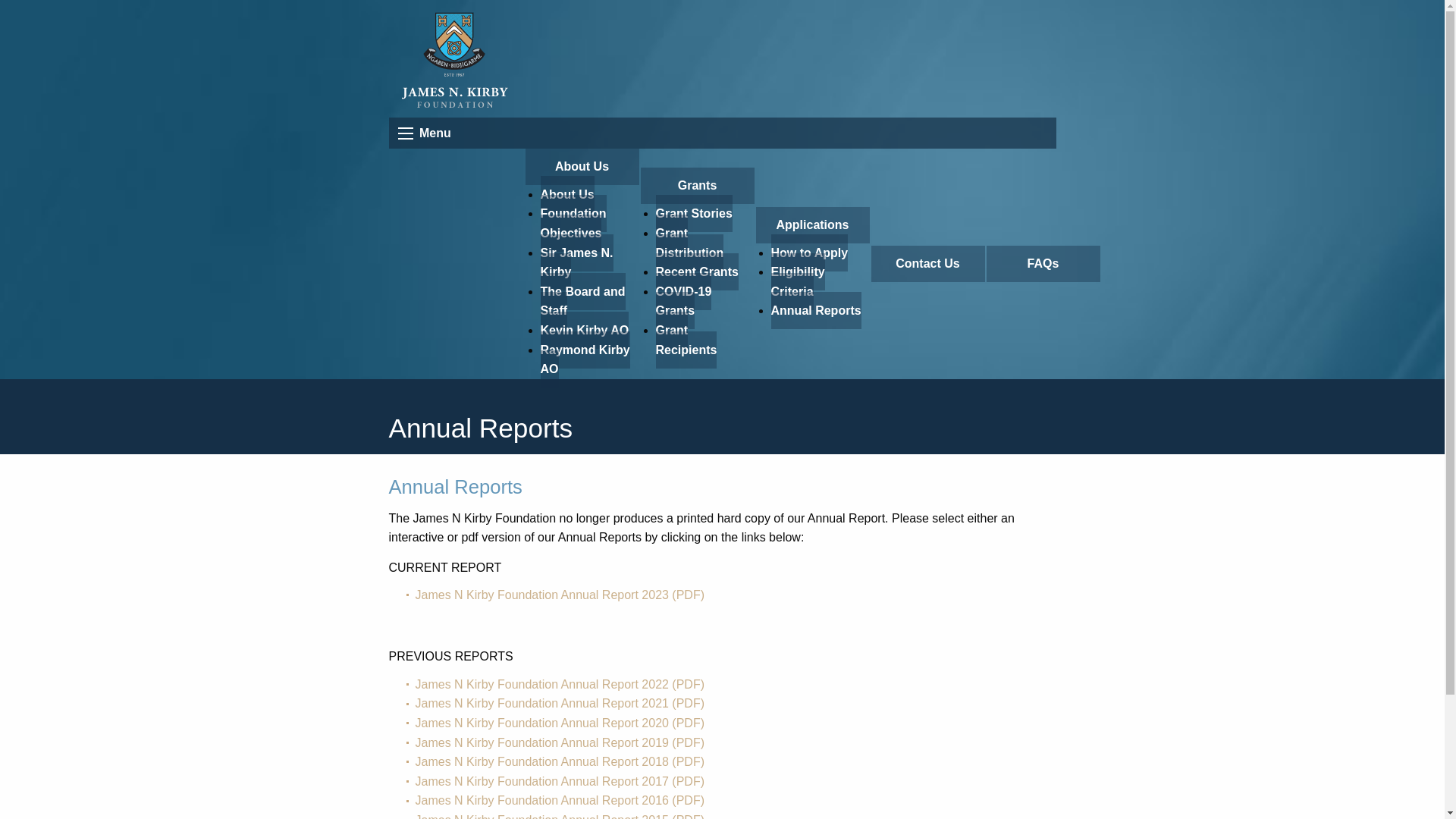 The image size is (1456, 819). Describe the element at coordinates (695, 271) in the screenshot. I see `'Recent Grants'` at that location.